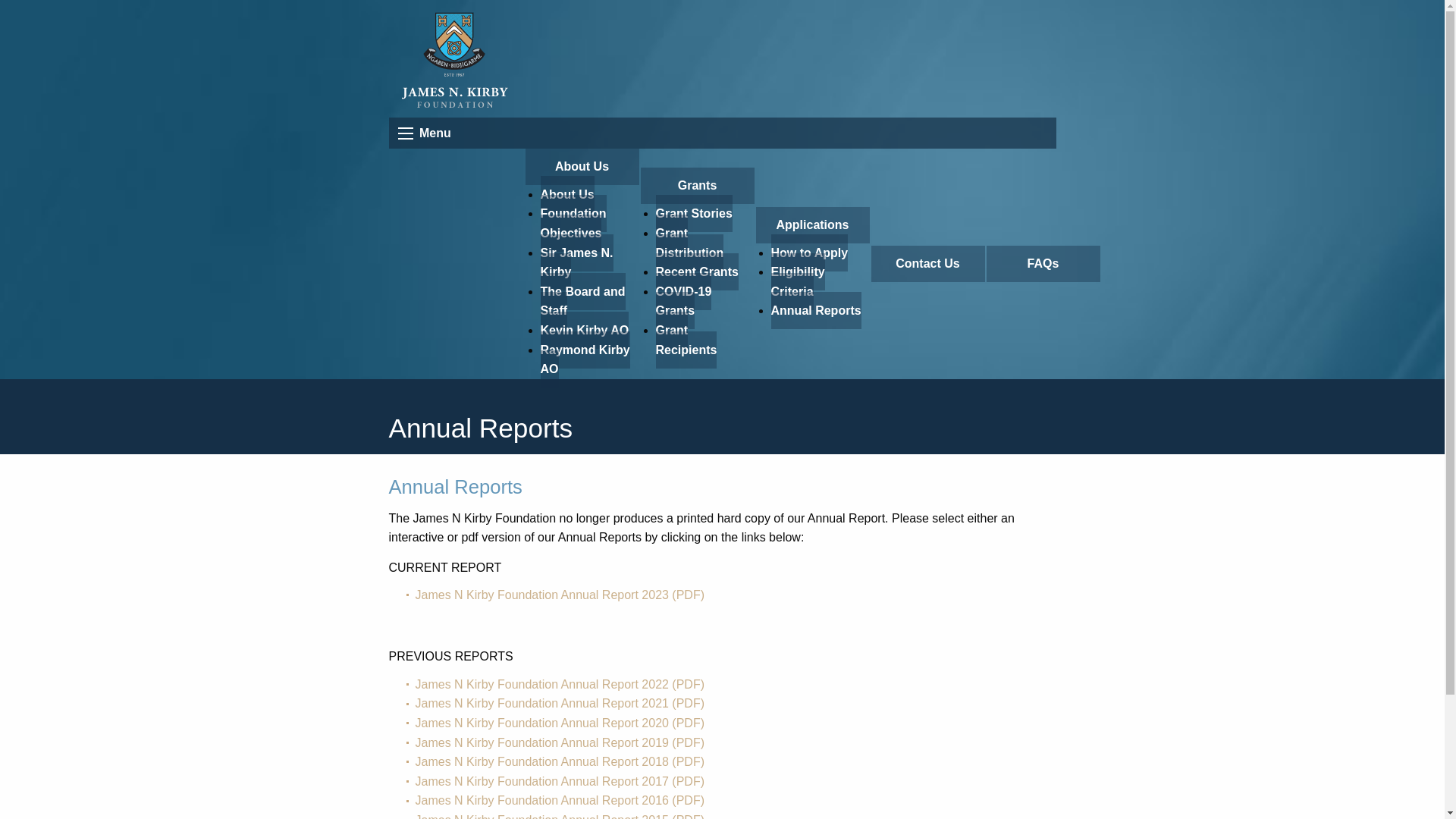 The image size is (1456, 819). Describe the element at coordinates (695, 271) in the screenshot. I see `'Recent Grants'` at that location.